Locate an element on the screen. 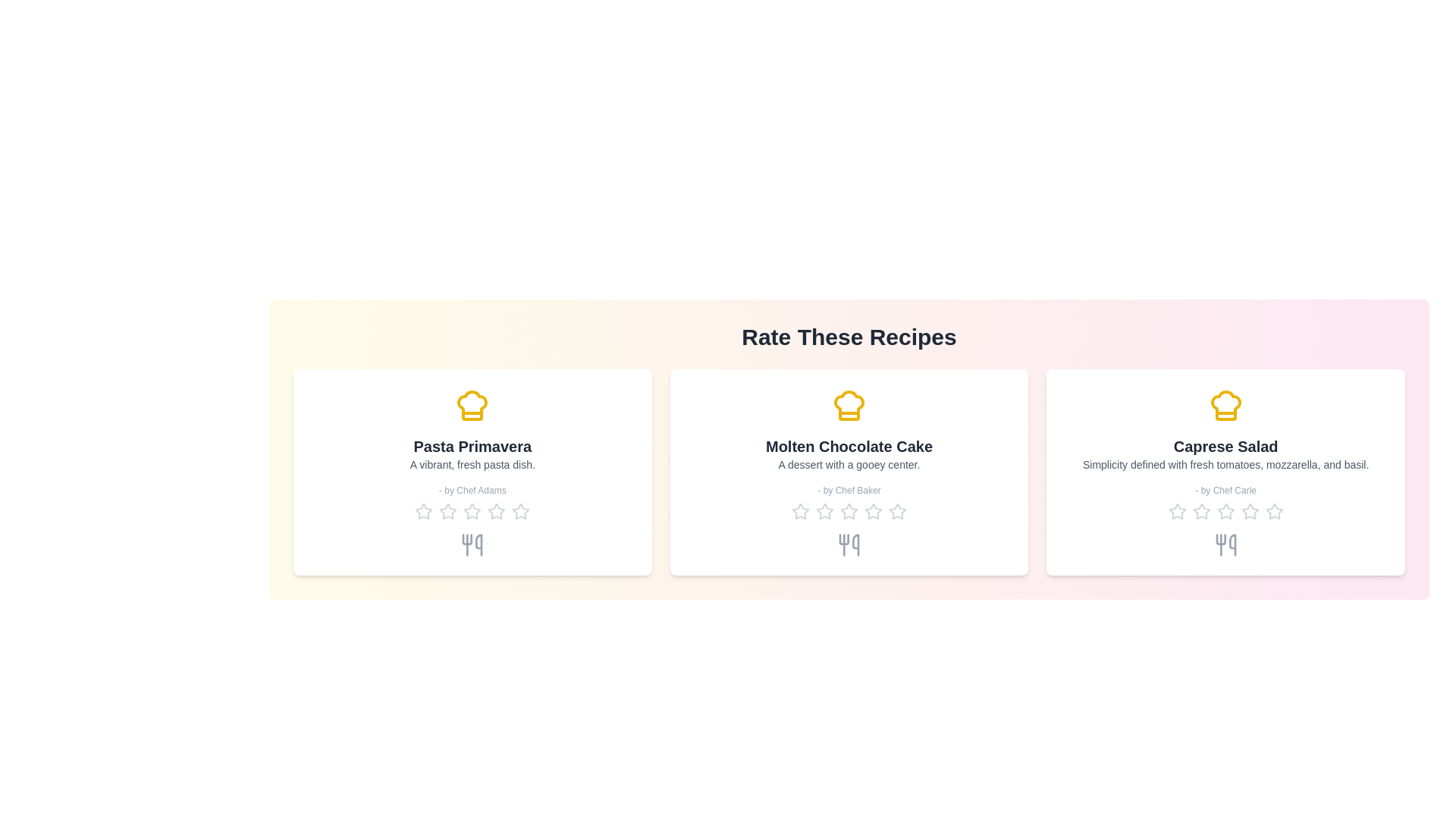  the utensils icon below the 'Pasta Primavera' recipe is located at coordinates (472, 544).